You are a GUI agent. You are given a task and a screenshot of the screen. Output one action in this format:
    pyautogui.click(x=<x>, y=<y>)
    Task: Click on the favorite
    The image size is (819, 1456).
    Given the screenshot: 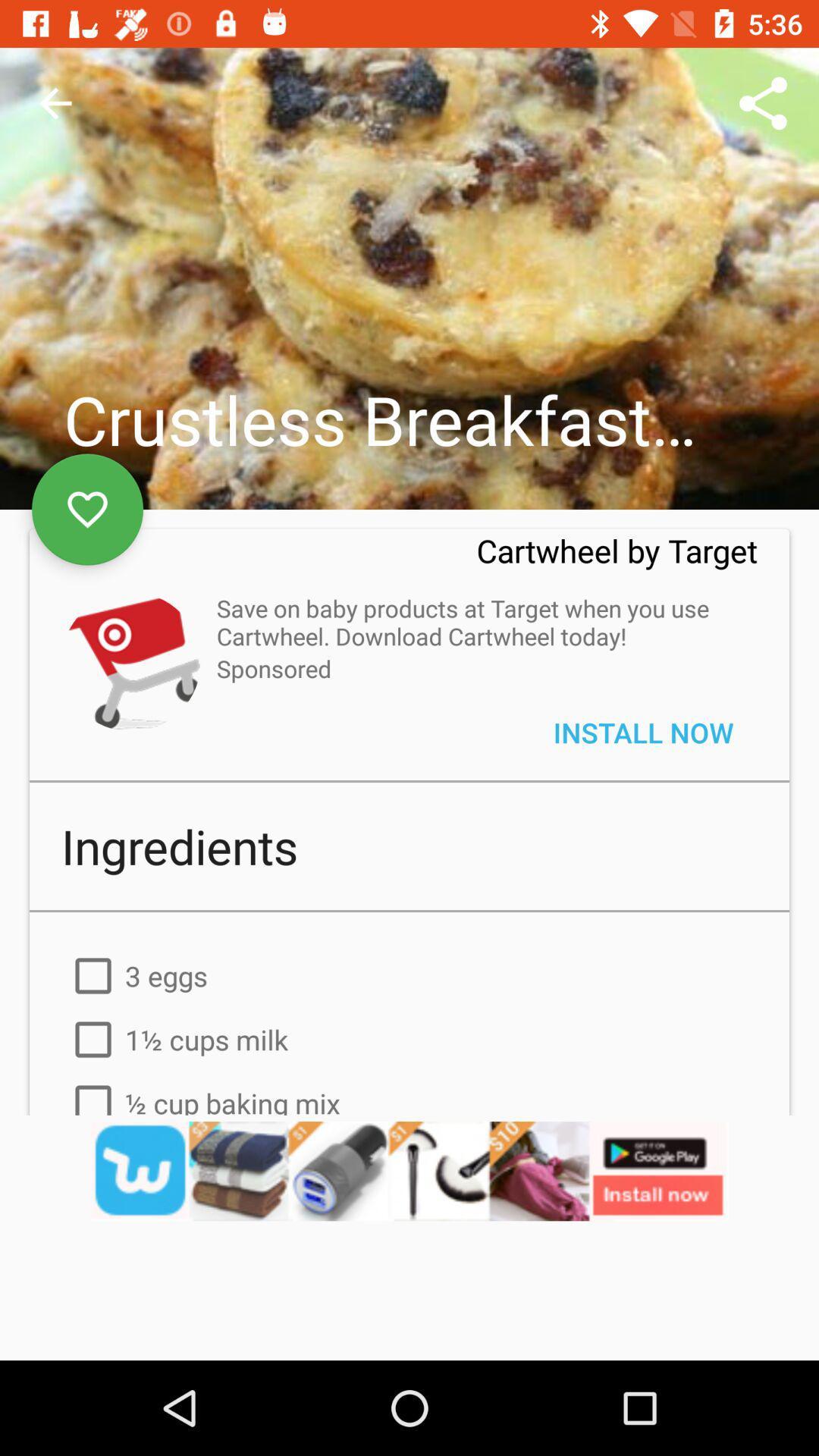 What is the action you would take?
    pyautogui.click(x=87, y=510)
    